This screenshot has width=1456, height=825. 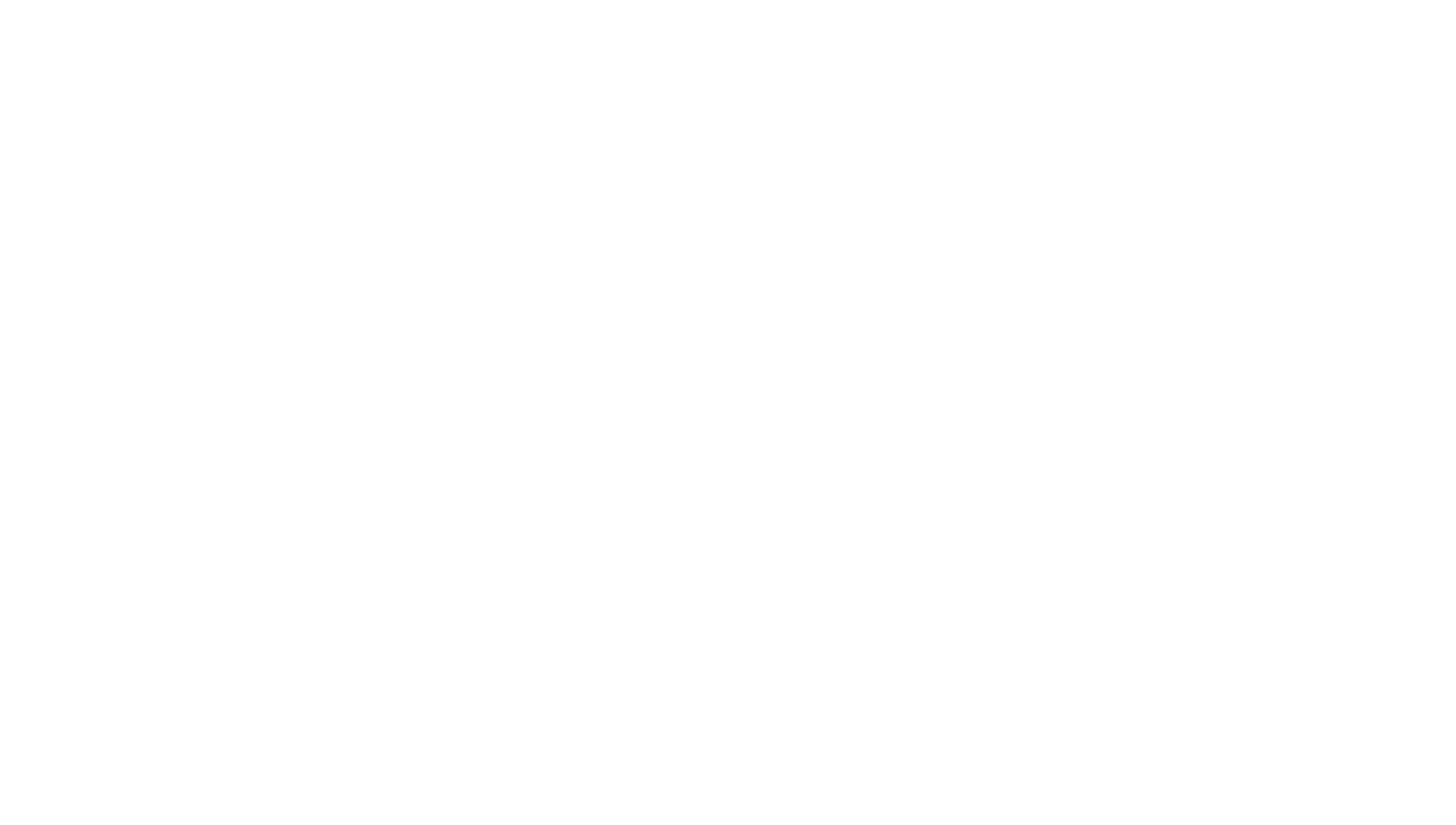 What do you see at coordinates (480, 91) in the screenshot?
I see `'The new software brings the company’s Anubis audio interface into the live sound realm, making it useful for personal monitor mixes and more.'` at bounding box center [480, 91].